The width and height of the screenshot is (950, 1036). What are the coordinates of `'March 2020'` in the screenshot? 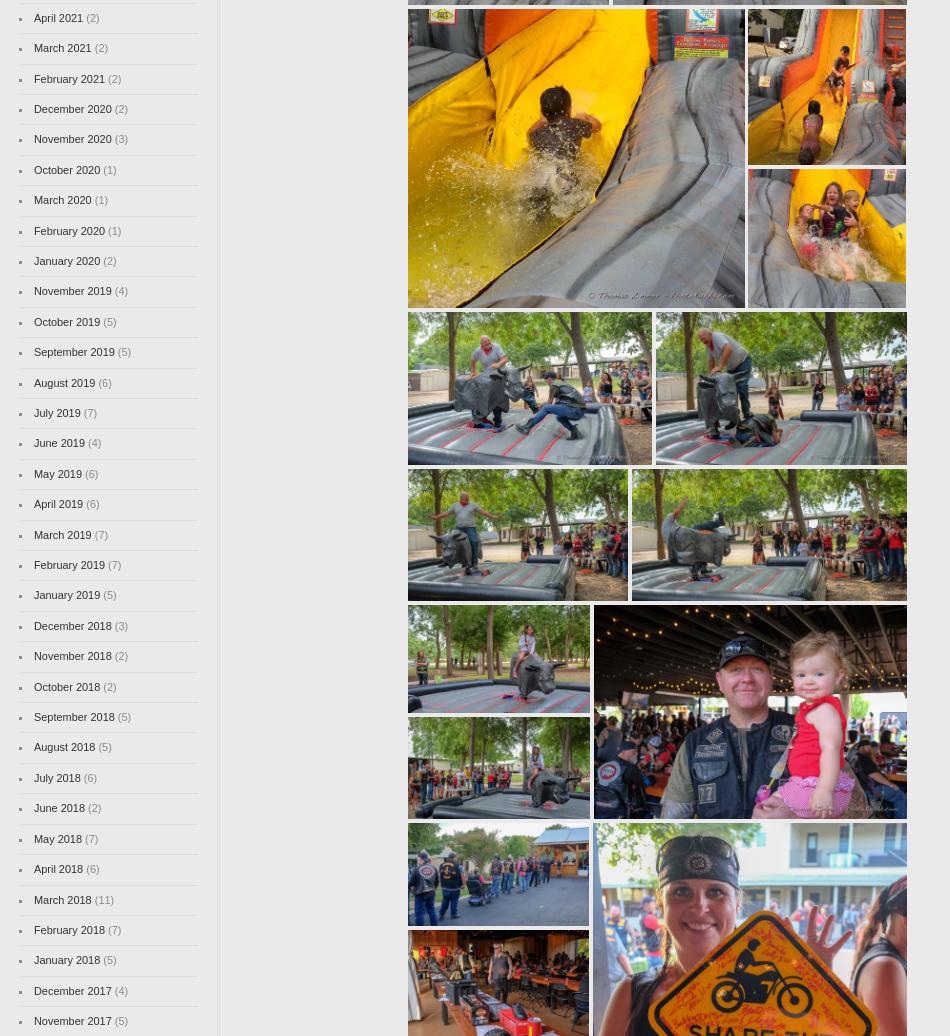 It's located at (62, 200).